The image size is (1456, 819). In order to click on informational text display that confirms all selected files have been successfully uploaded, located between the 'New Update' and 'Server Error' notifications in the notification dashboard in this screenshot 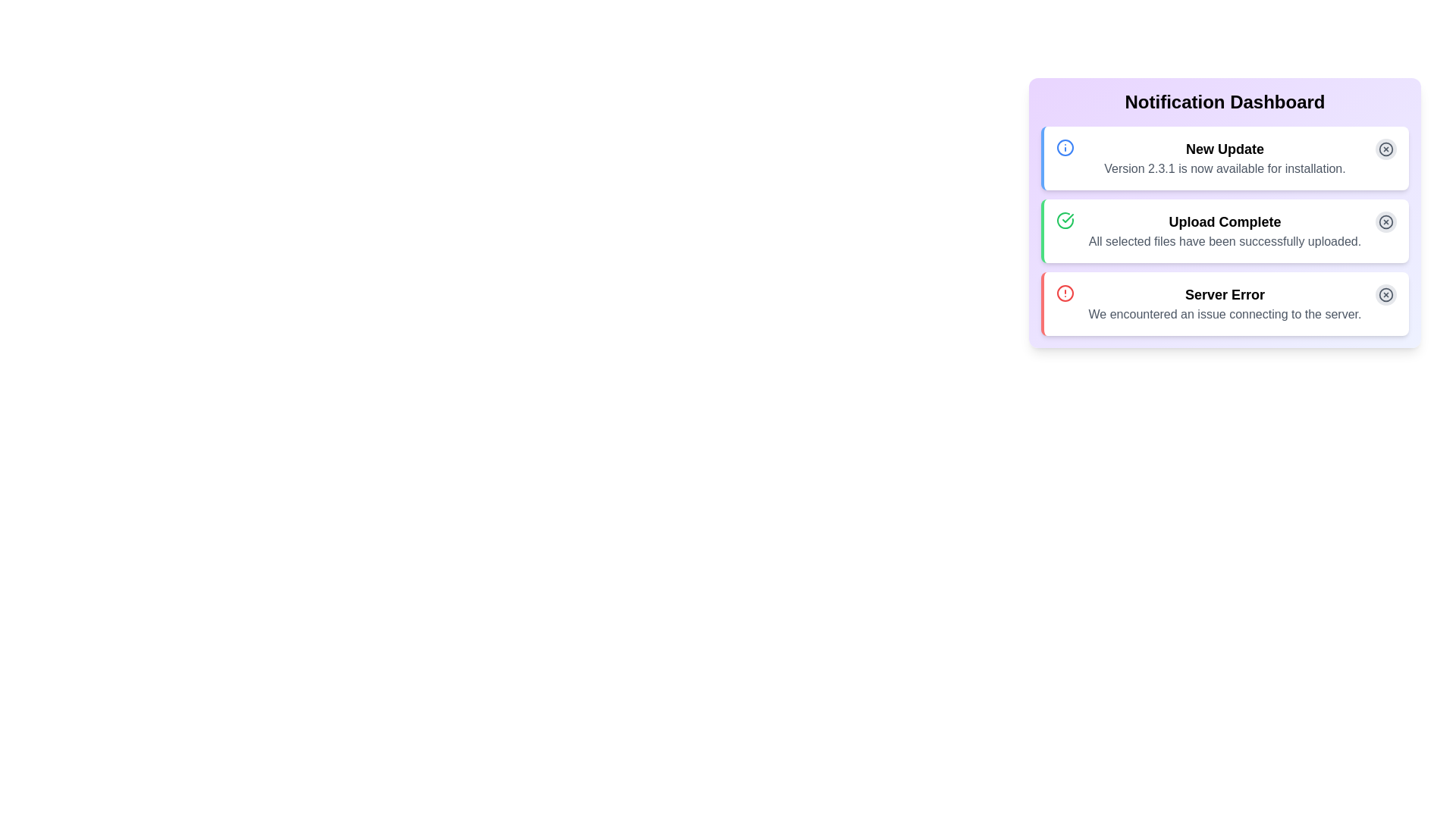, I will do `click(1225, 231)`.